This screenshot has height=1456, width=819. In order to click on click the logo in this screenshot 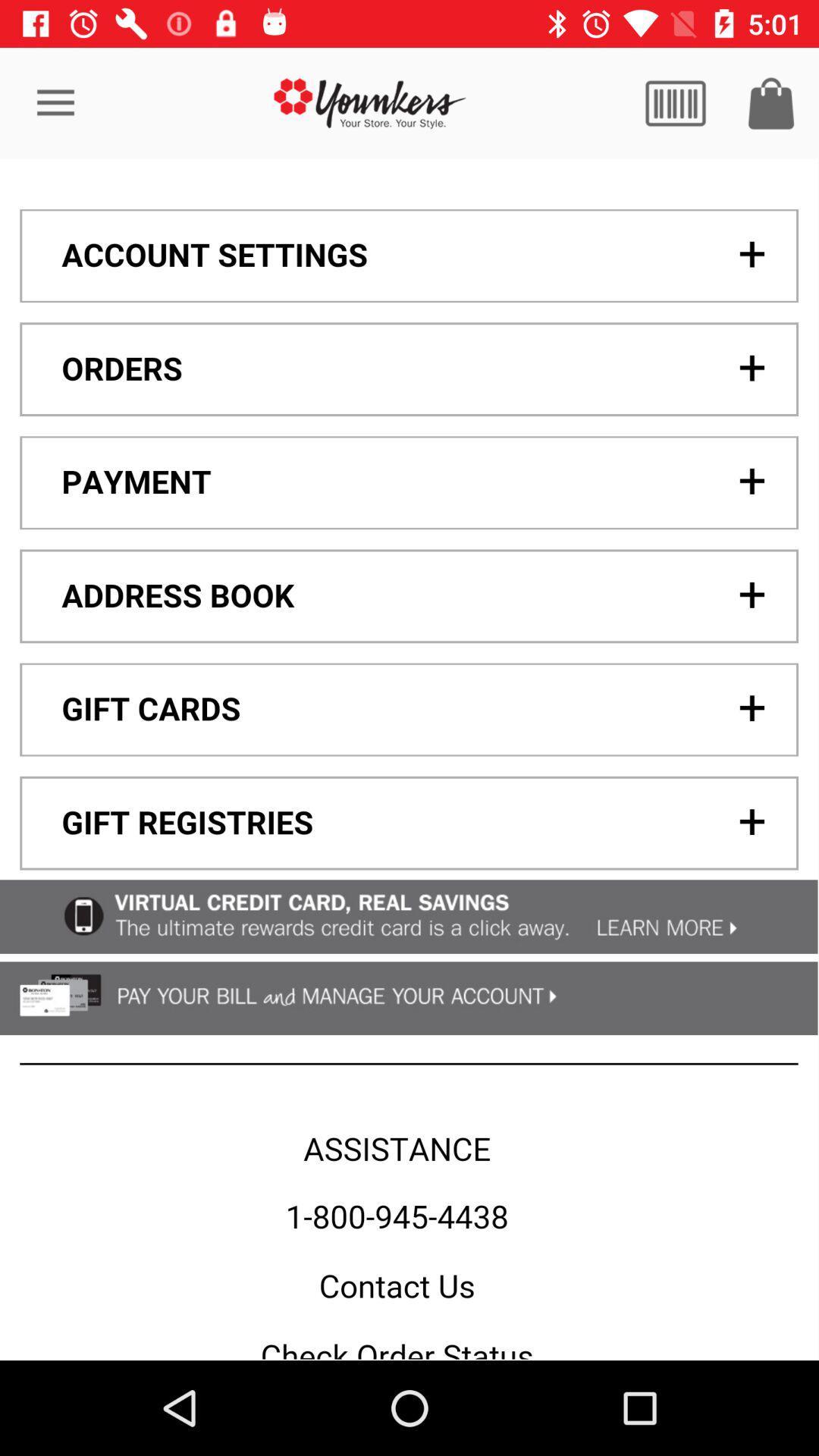, I will do `click(369, 102)`.